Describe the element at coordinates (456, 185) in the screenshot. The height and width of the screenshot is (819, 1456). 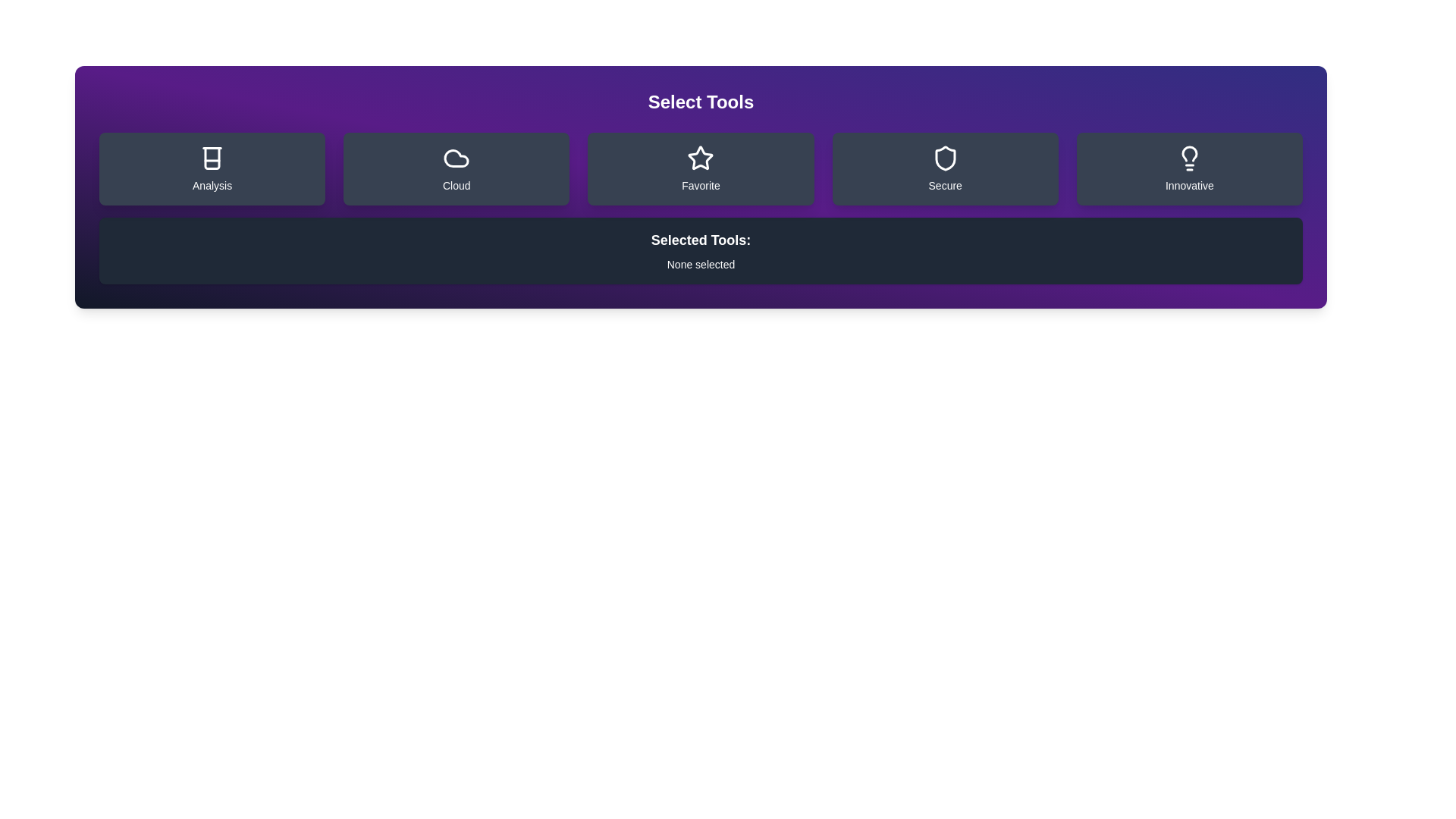
I see `descriptive label text located at the center of the 'Cloud' button, which provides users with information about the button's function` at that location.